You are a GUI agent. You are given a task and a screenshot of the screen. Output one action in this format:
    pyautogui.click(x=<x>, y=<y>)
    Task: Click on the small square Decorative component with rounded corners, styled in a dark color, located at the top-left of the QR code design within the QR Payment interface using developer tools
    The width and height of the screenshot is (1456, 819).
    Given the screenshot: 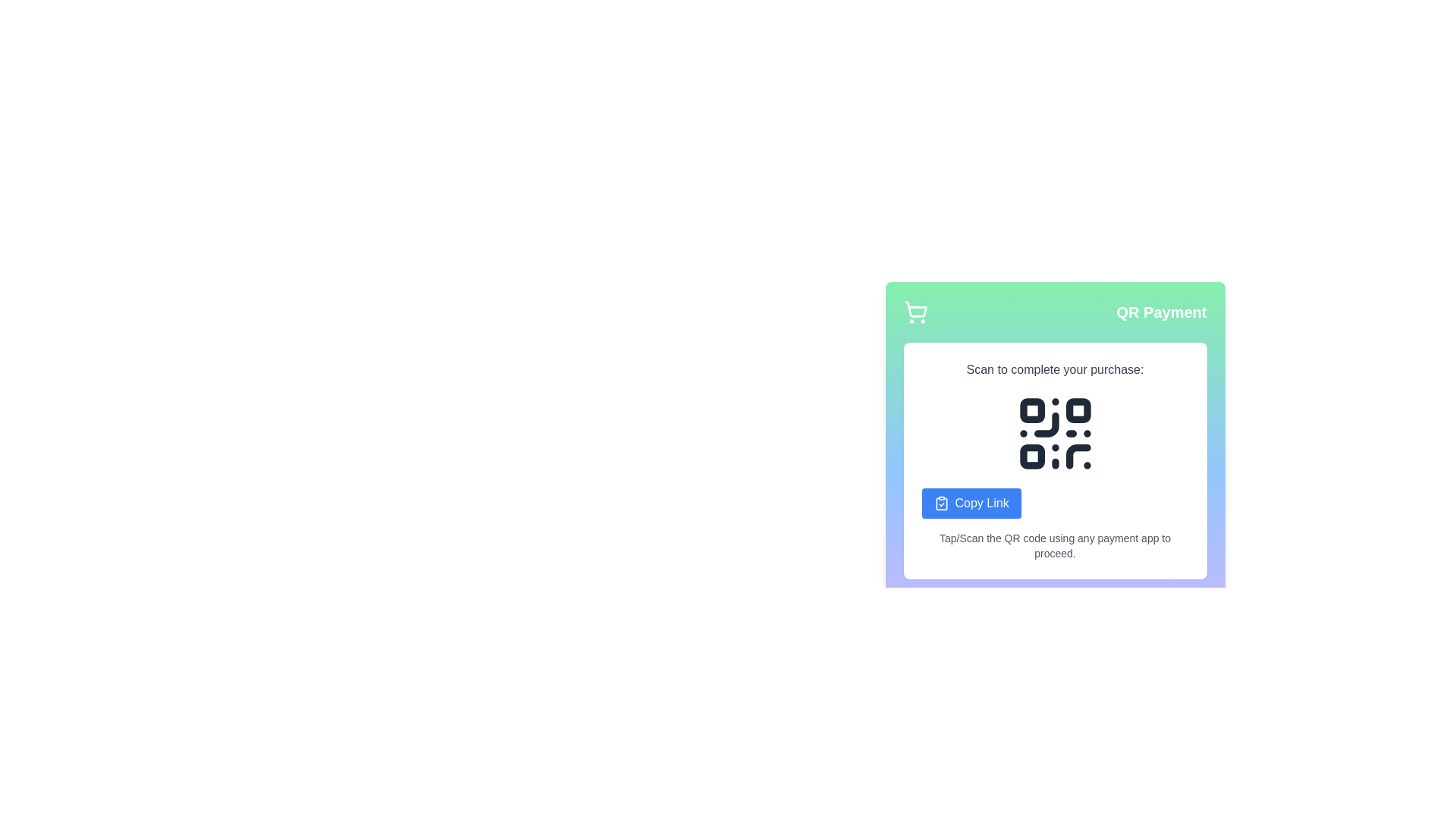 What is the action you would take?
    pyautogui.click(x=1031, y=410)
    